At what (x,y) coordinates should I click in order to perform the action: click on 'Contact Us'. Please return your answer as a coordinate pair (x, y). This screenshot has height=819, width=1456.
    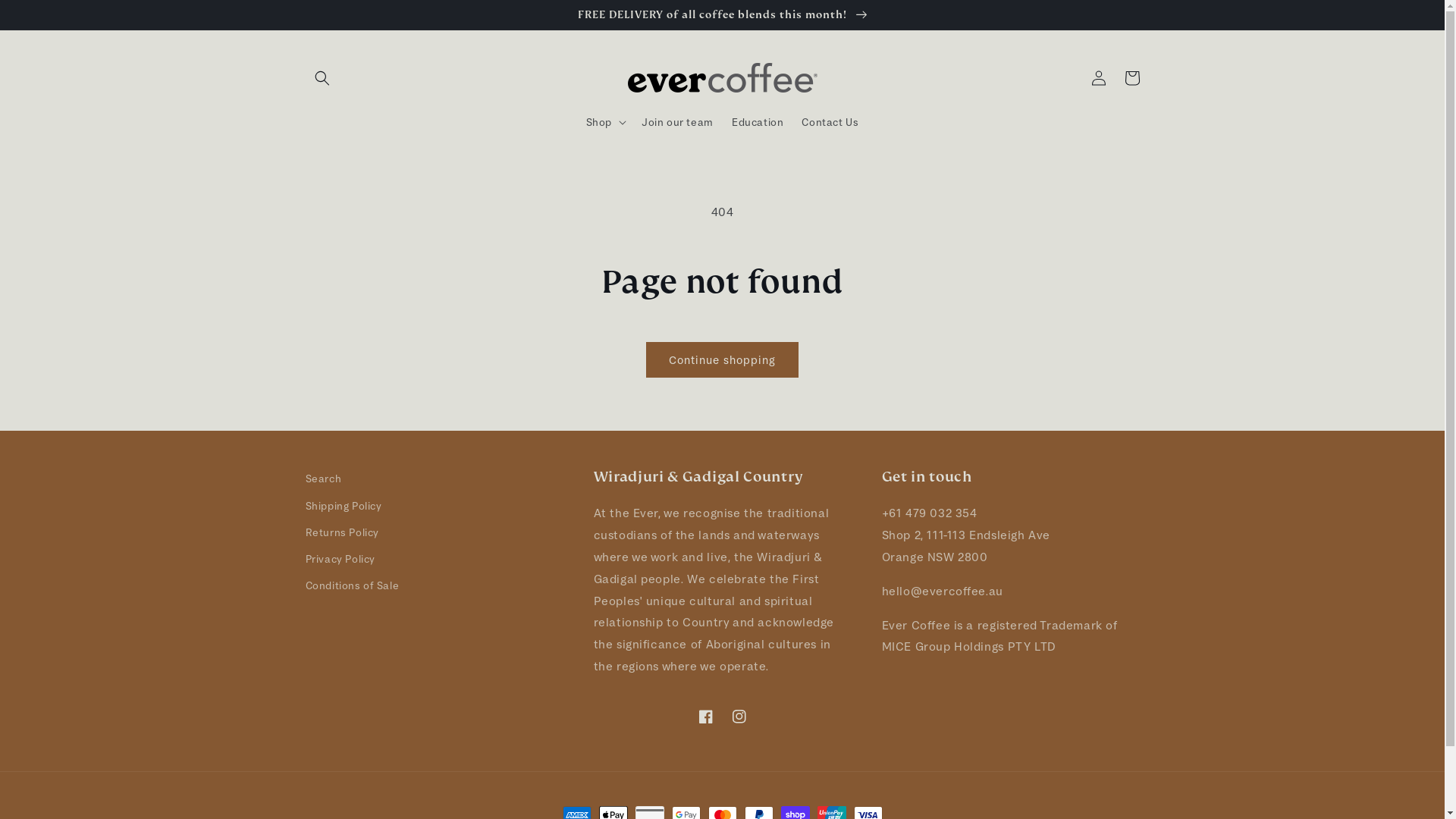
    Looking at the image, I should click on (829, 121).